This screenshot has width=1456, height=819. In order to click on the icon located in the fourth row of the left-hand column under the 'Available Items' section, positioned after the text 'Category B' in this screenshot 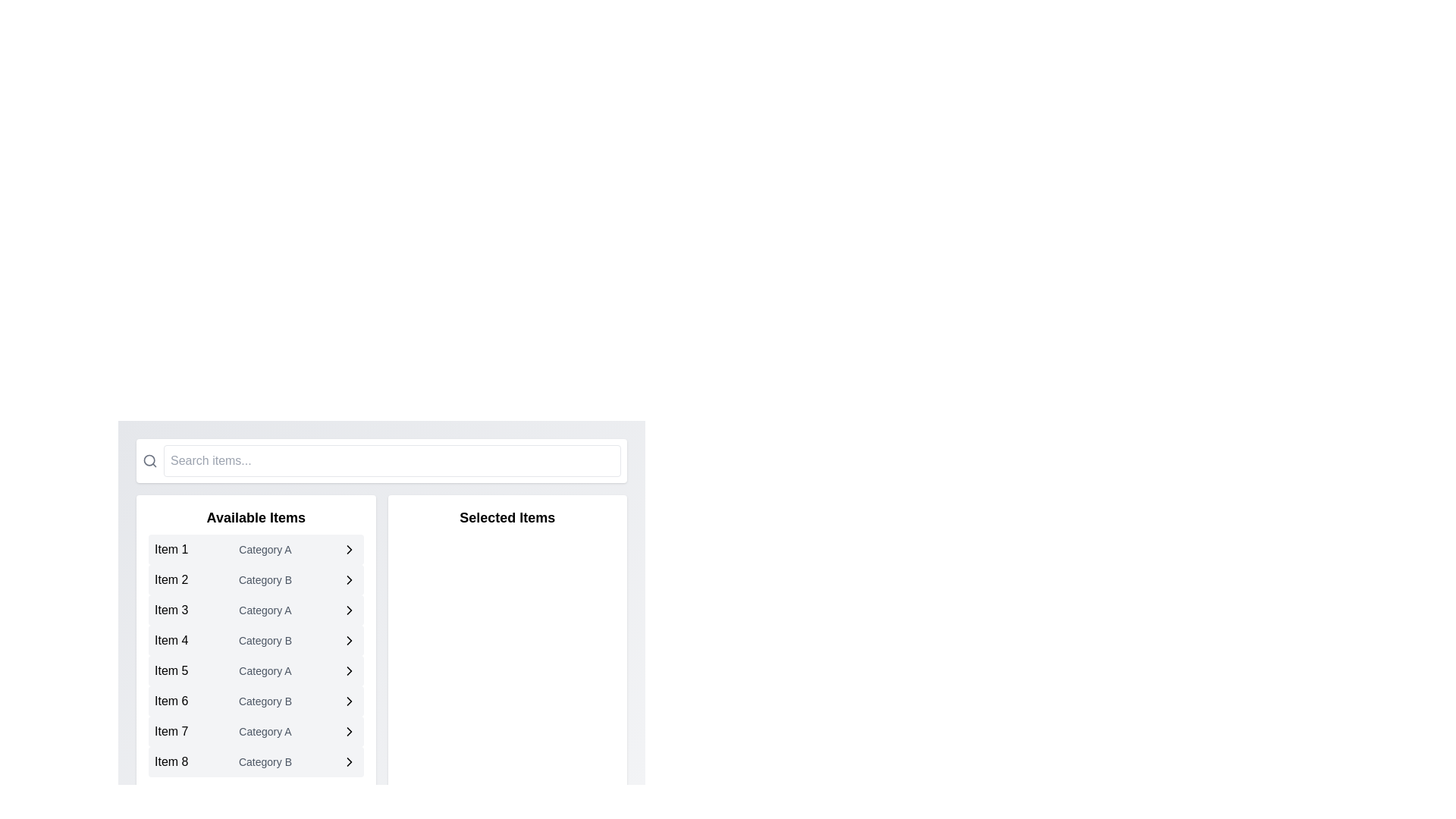, I will do `click(349, 640)`.